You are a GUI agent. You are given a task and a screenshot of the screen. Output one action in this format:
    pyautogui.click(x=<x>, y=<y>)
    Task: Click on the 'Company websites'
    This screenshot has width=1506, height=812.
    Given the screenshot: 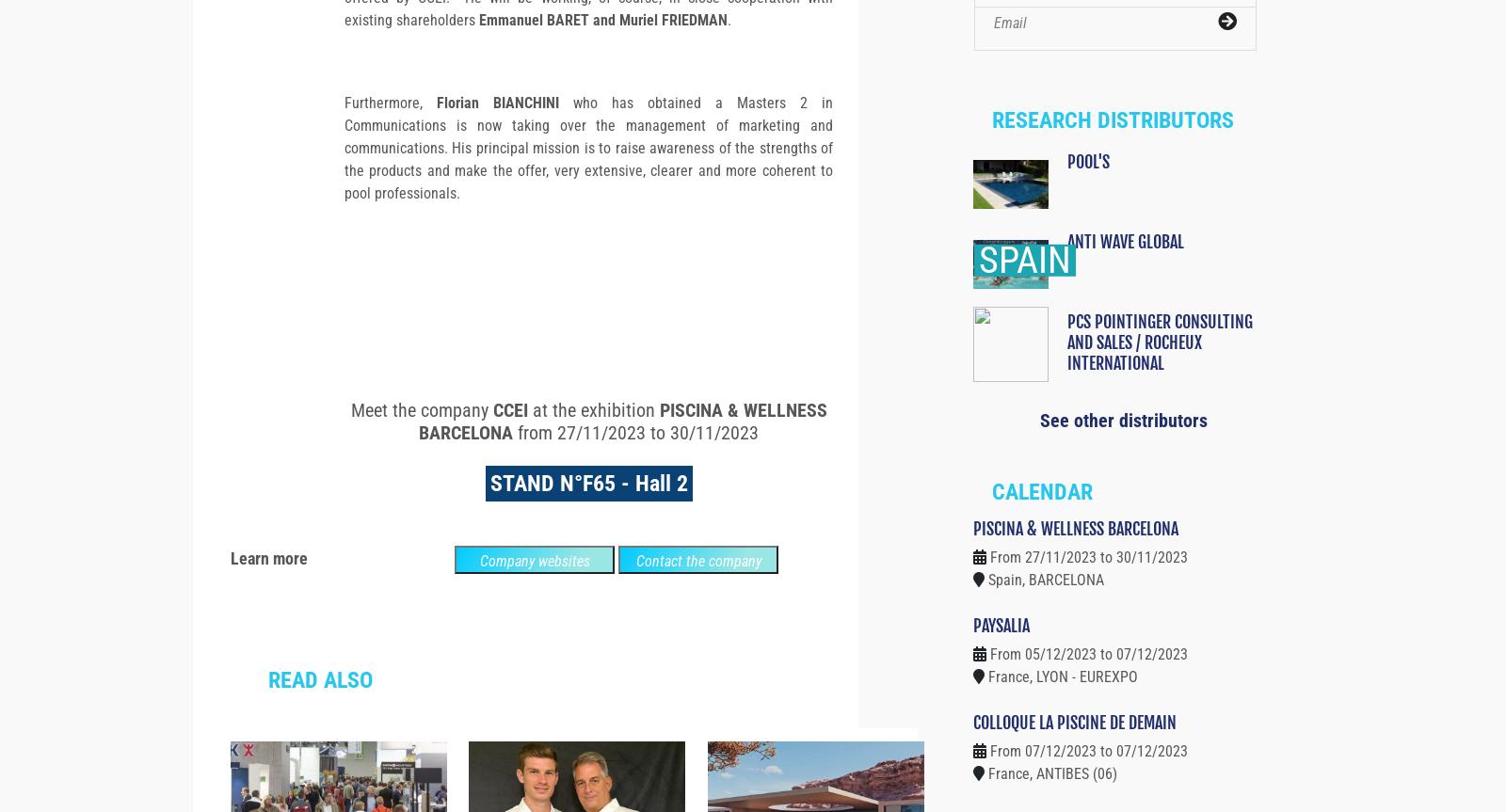 What is the action you would take?
    pyautogui.click(x=533, y=594)
    